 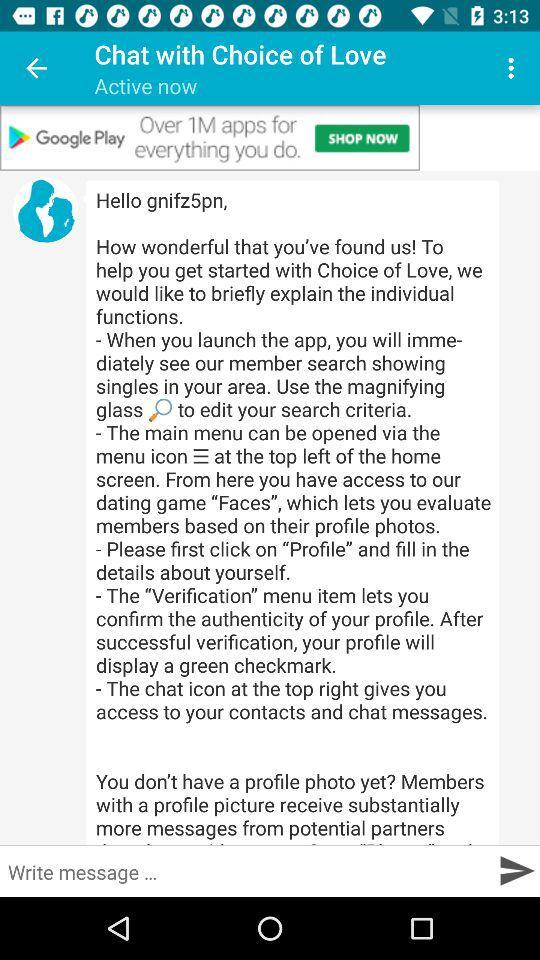 I want to click on send message, so click(x=516, y=869).